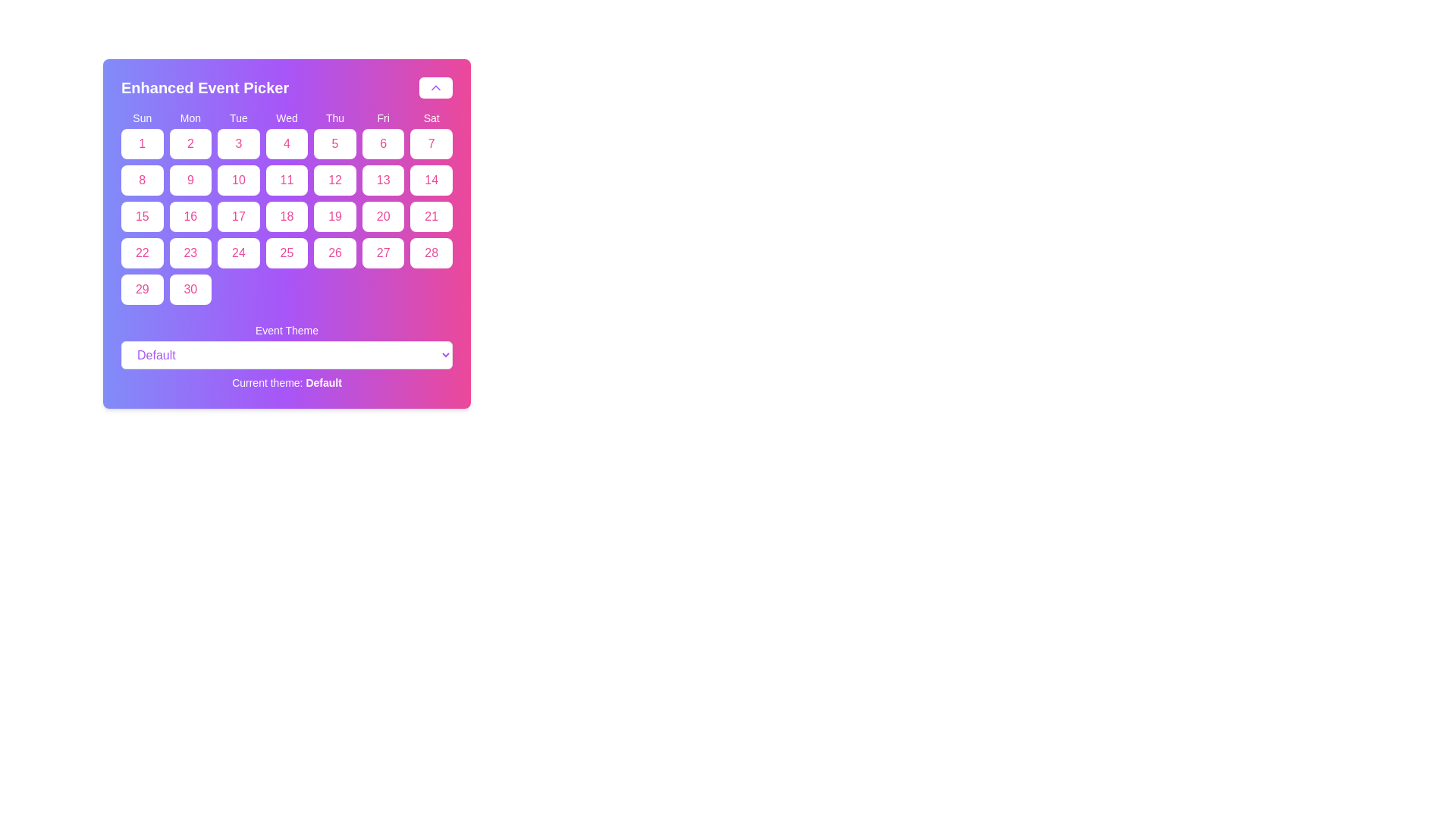  What do you see at coordinates (287, 329) in the screenshot?
I see `the label that provides context for the dropdown menu to select an event theme, which is positioned above the descriptive text 'Current theme: Default'` at bounding box center [287, 329].